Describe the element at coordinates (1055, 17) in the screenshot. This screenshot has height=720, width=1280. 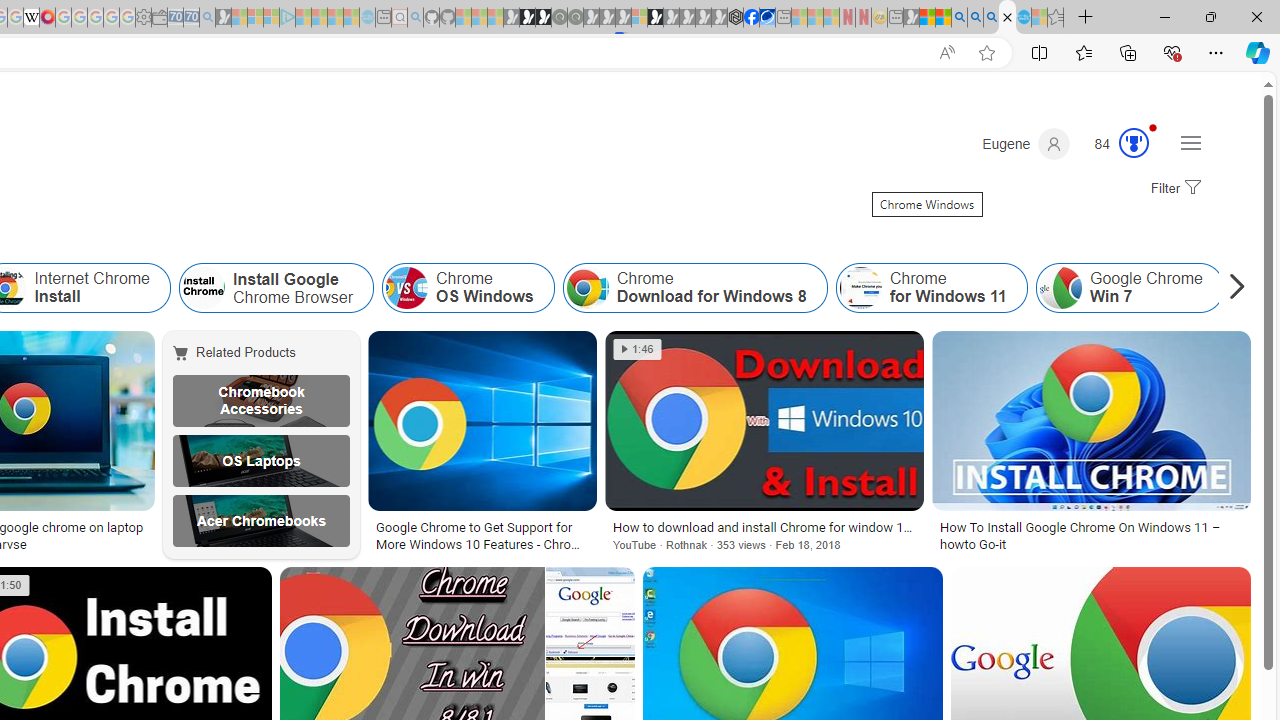
I see `'Favorites - Sleeping'` at that location.